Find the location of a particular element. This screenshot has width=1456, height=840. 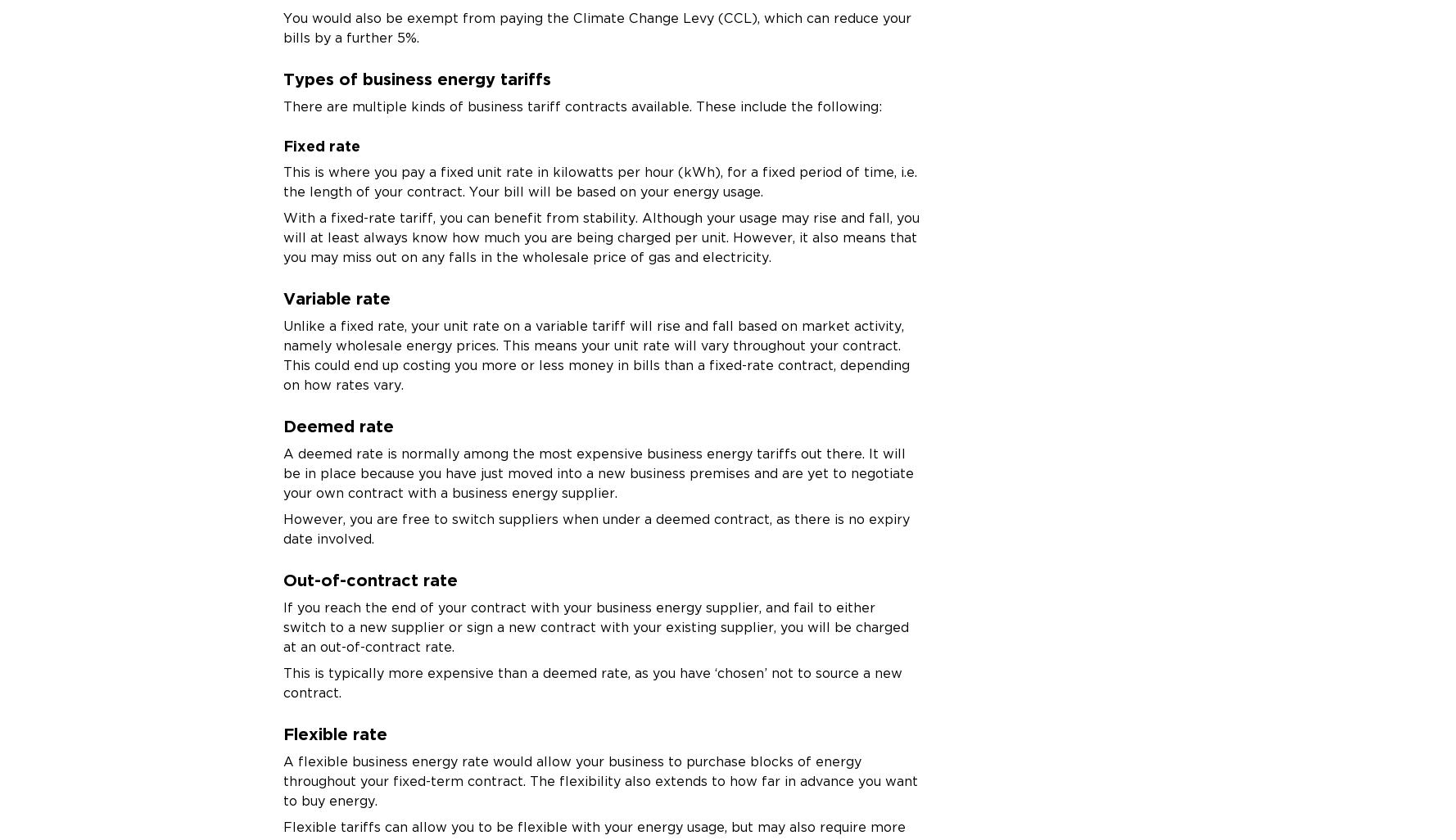

'This is where you pay a fixed unit rate in kilowatts per hour (kWh), for a fixed period of time, i.e. the length of your contract. Your bill will be based on your energy usage.' is located at coordinates (282, 181).